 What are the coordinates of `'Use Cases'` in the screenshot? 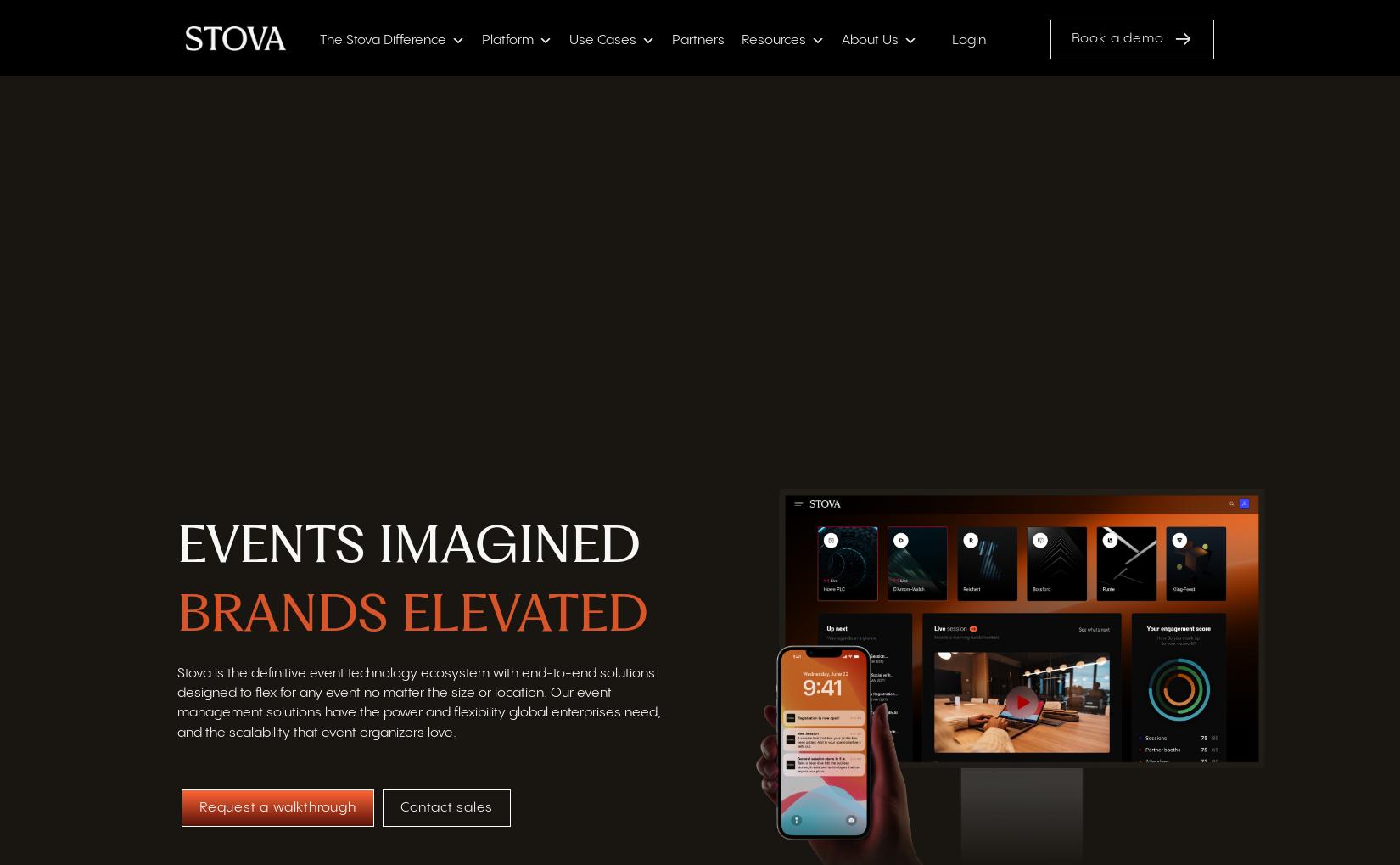 It's located at (601, 42).